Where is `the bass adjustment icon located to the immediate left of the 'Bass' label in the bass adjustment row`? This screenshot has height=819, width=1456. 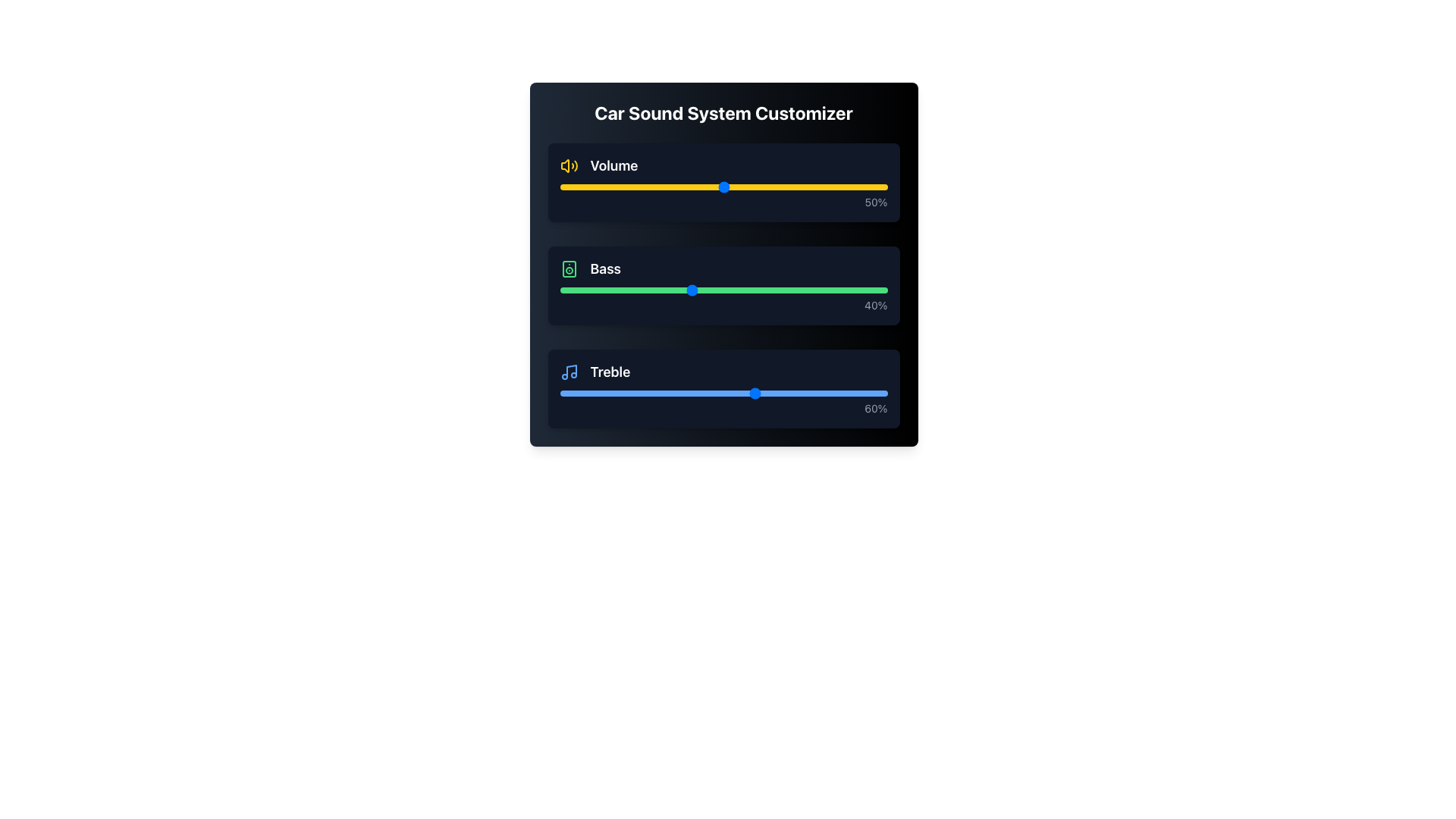
the bass adjustment icon located to the immediate left of the 'Bass' label in the bass adjustment row is located at coordinates (568, 268).